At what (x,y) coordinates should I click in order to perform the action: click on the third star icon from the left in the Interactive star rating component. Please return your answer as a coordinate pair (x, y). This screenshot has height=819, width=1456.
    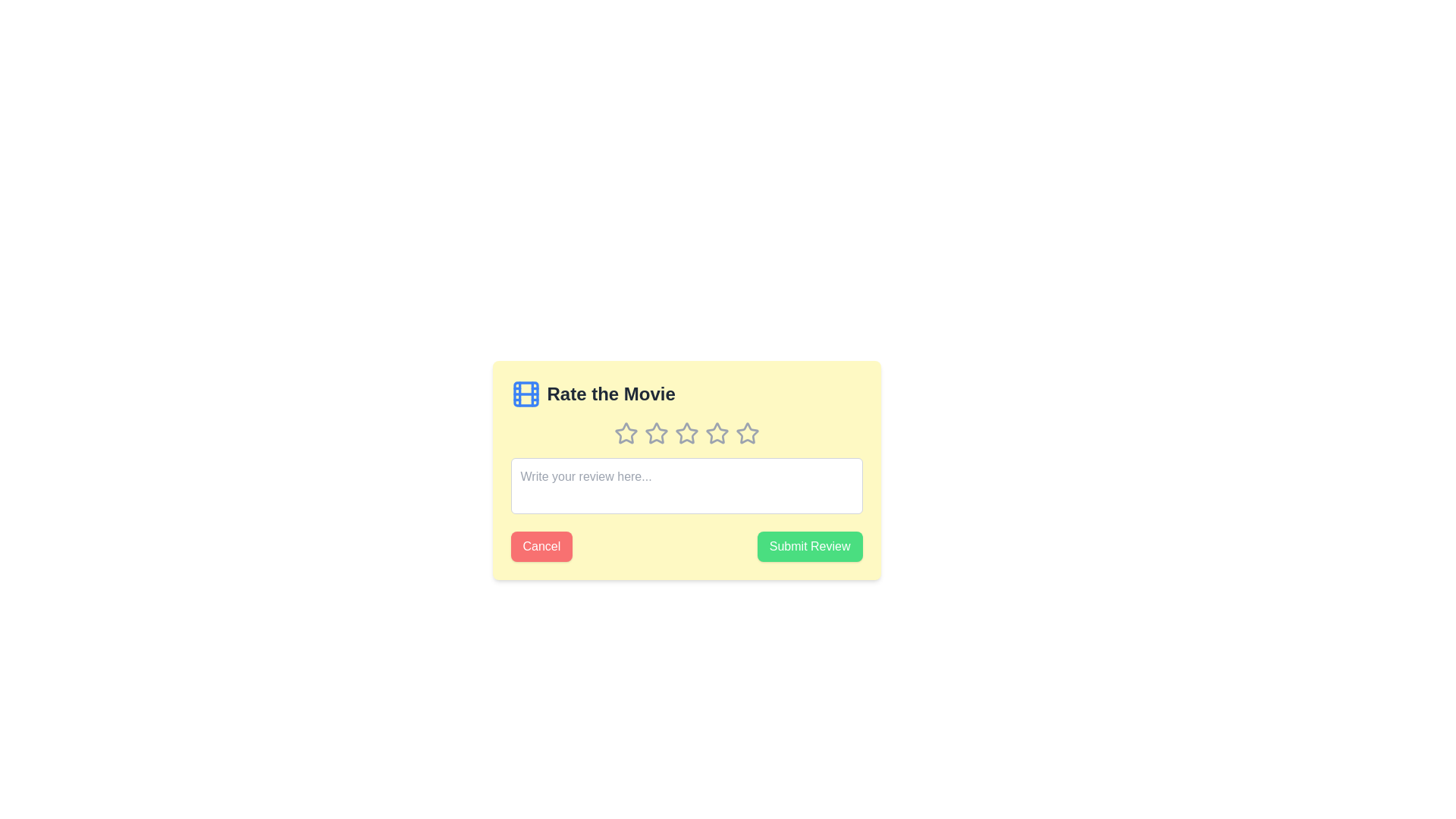
    Looking at the image, I should click on (686, 433).